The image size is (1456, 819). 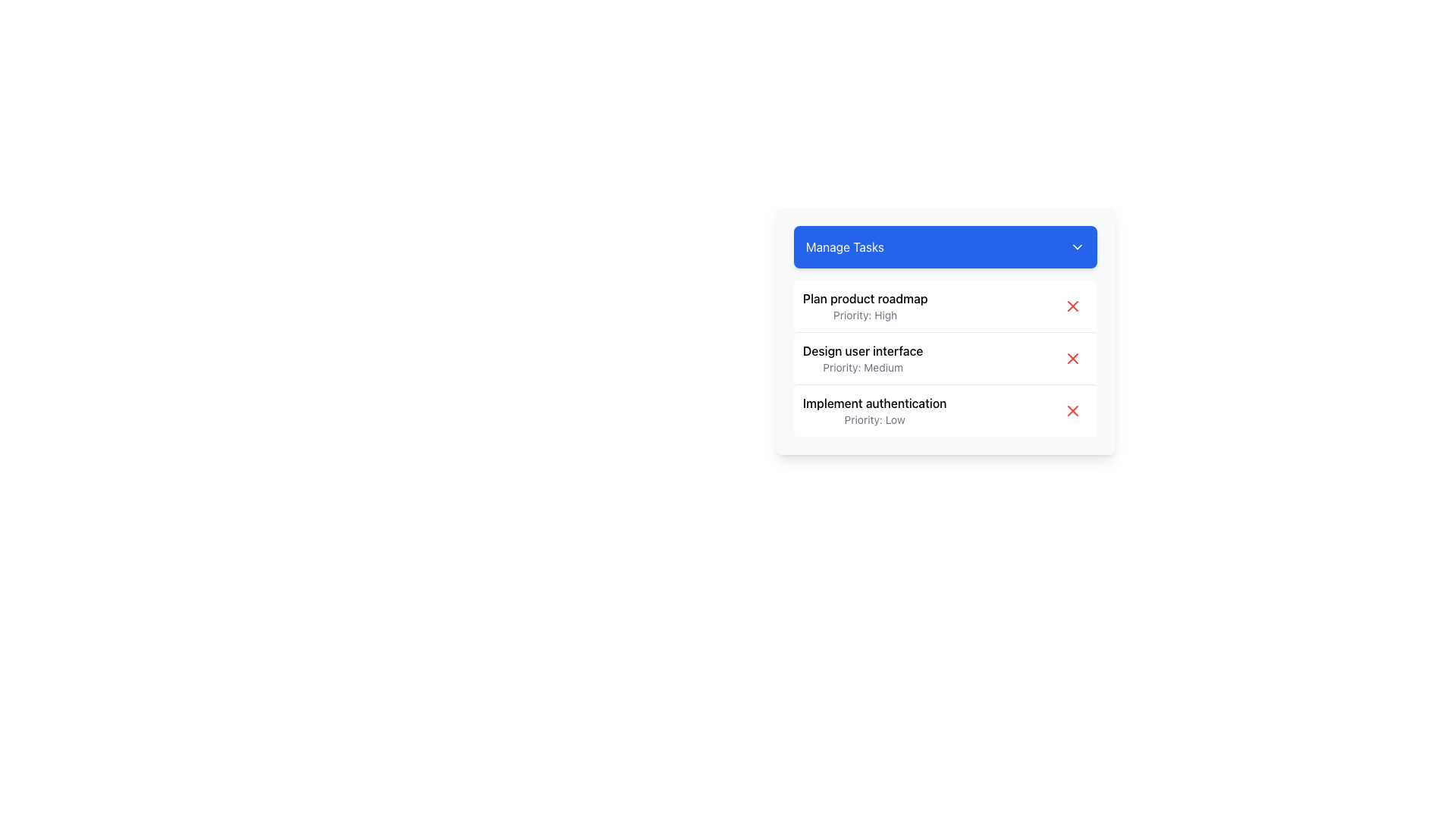 What do you see at coordinates (945, 246) in the screenshot?
I see `the 'Manage Tasks' dropdown button for keyboard navigation` at bounding box center [945, 246].